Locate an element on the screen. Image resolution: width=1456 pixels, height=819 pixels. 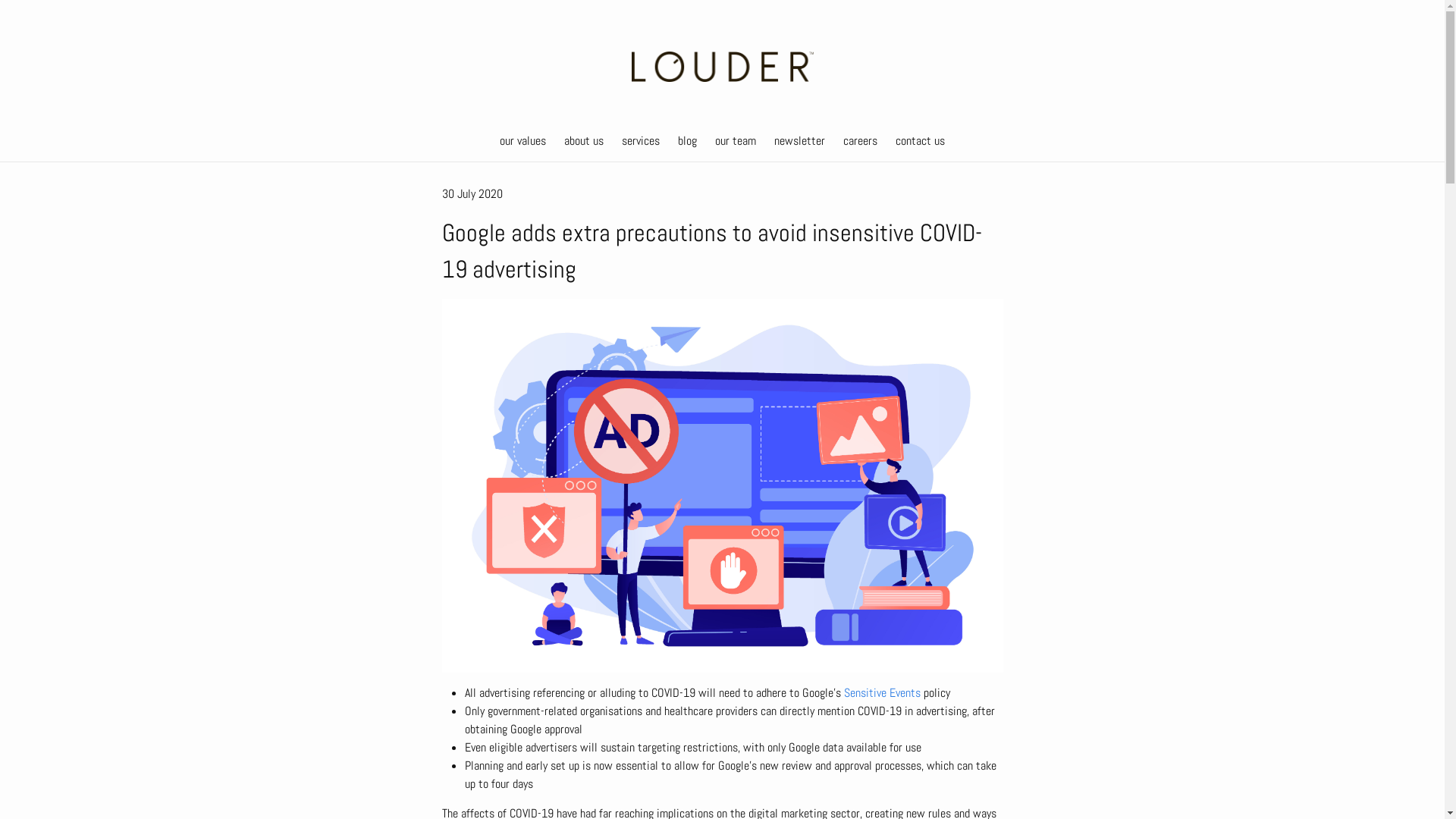
'blog' is located at coordinates (676, 140).